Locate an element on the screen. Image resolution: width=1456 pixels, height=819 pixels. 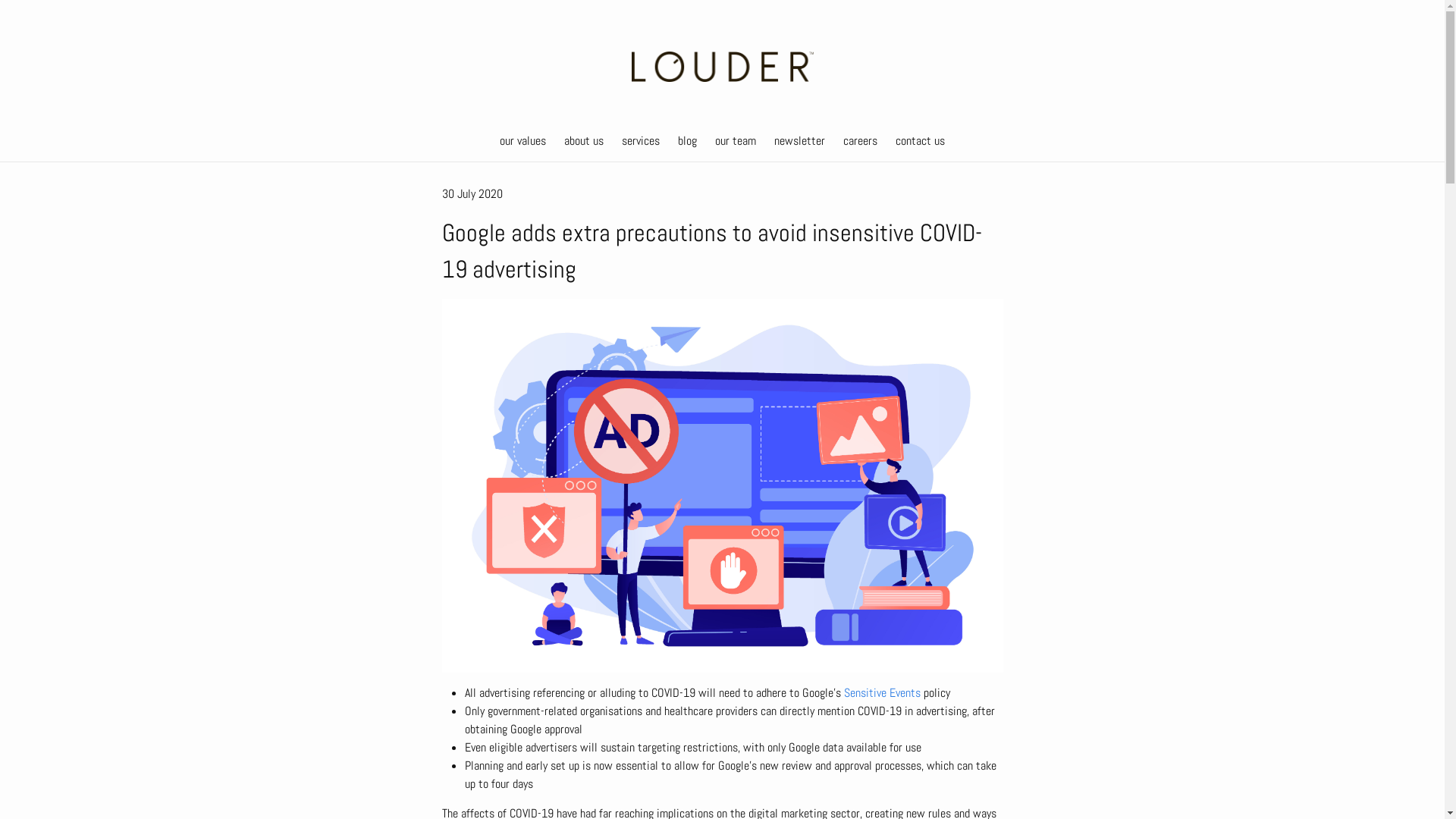
'blog' is located at coordinates (676, 140).